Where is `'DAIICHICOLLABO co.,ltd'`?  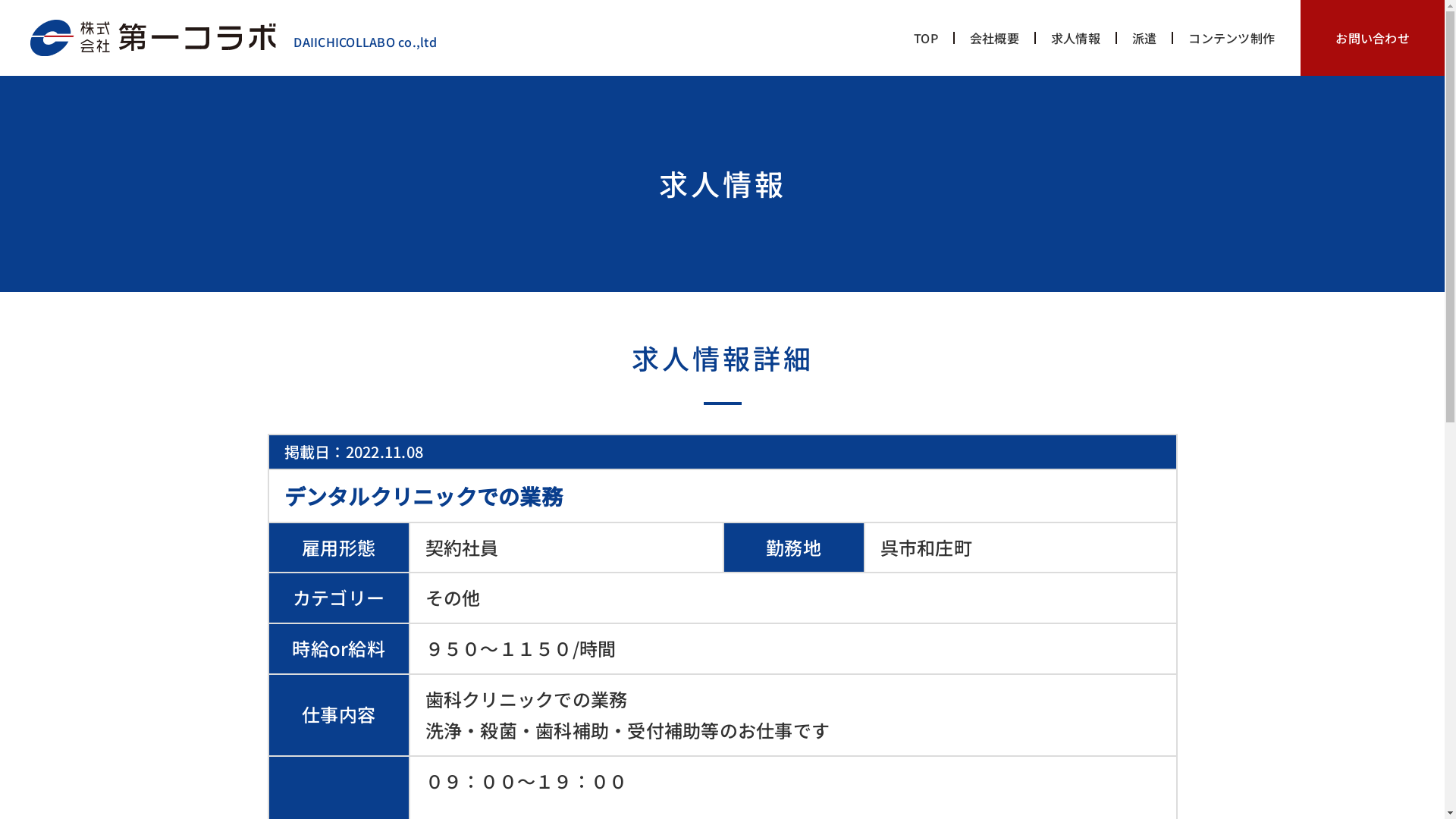
'DAIICHICOLLABO co.,ltd' is located at coordinates (232, 42).